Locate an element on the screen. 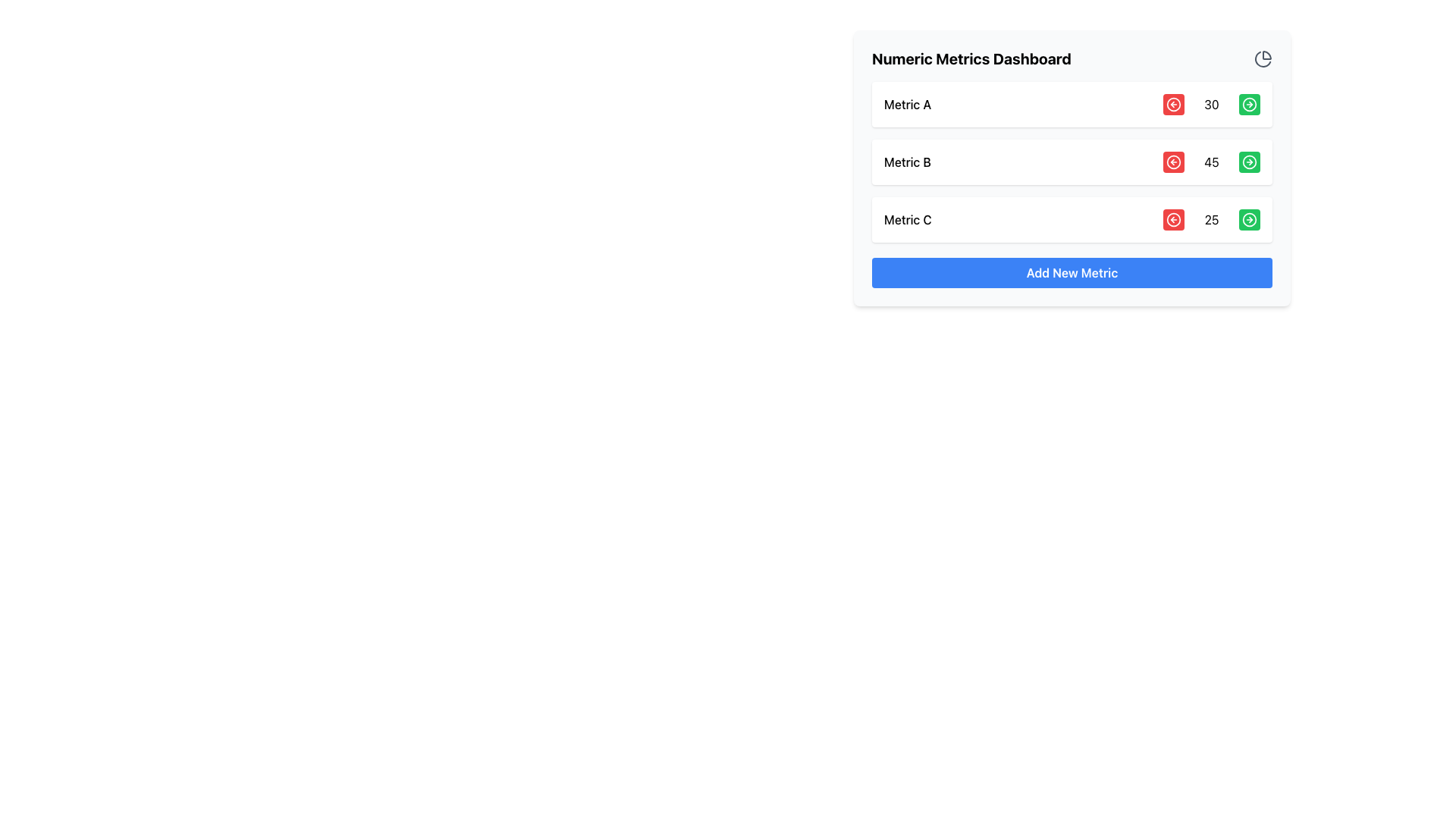 This screenshot has width=1456, height=819. the static text display showing the current count or value for 'Metric C', located between the red button and the green button in the metric list row is located at coordinates (1211, 219).